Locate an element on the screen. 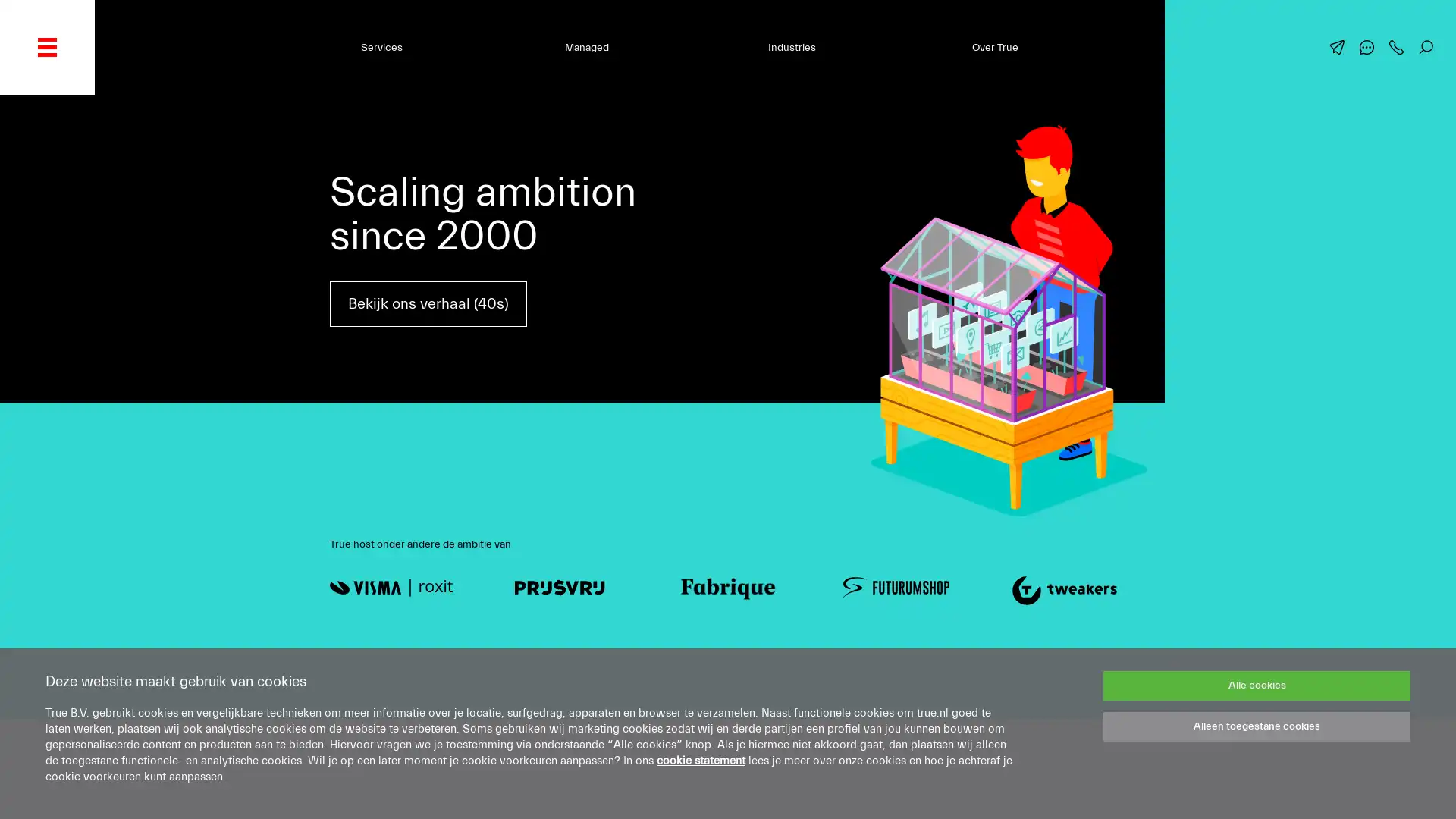  Mail ons is located at coordinates (1345, 46).